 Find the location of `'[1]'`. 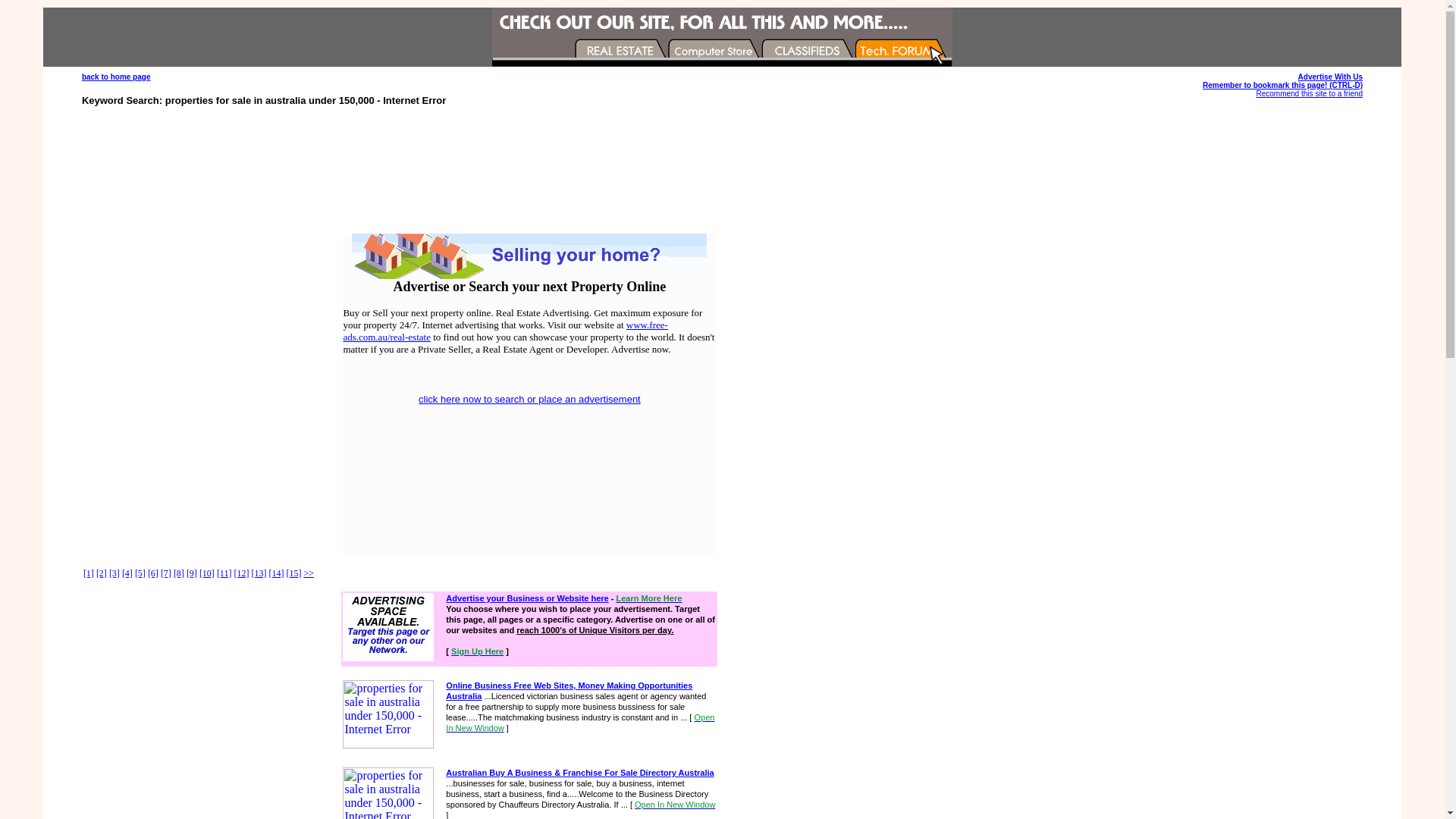

'[1]' is located at coordinates (83, 573).